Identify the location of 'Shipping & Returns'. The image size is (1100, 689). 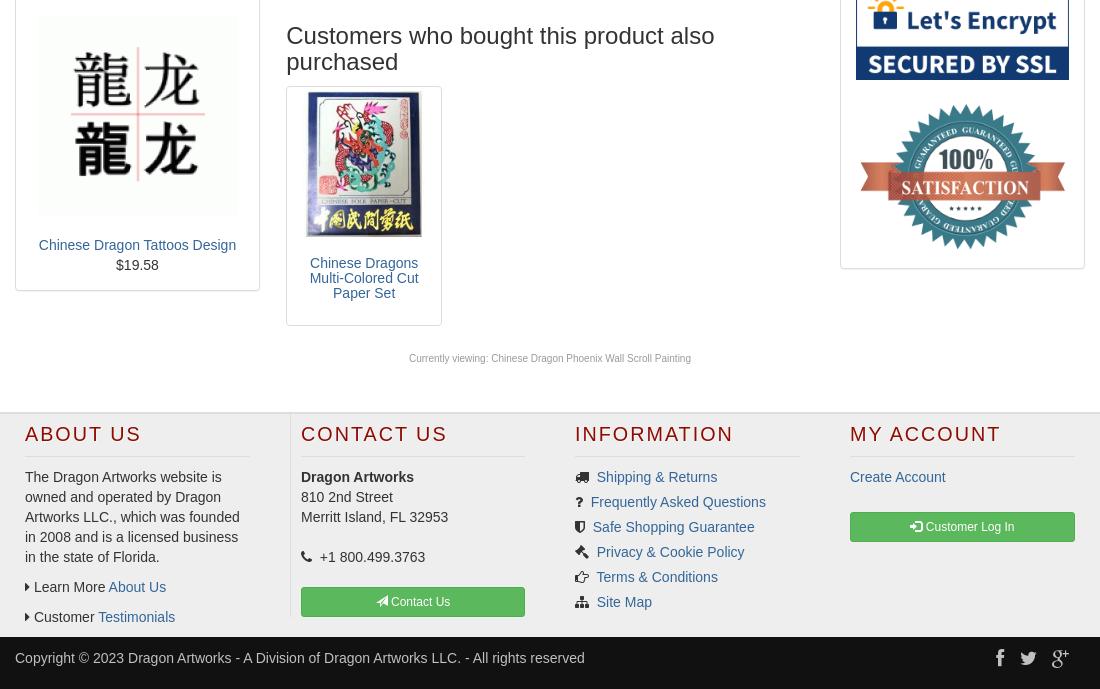
(656, 475).